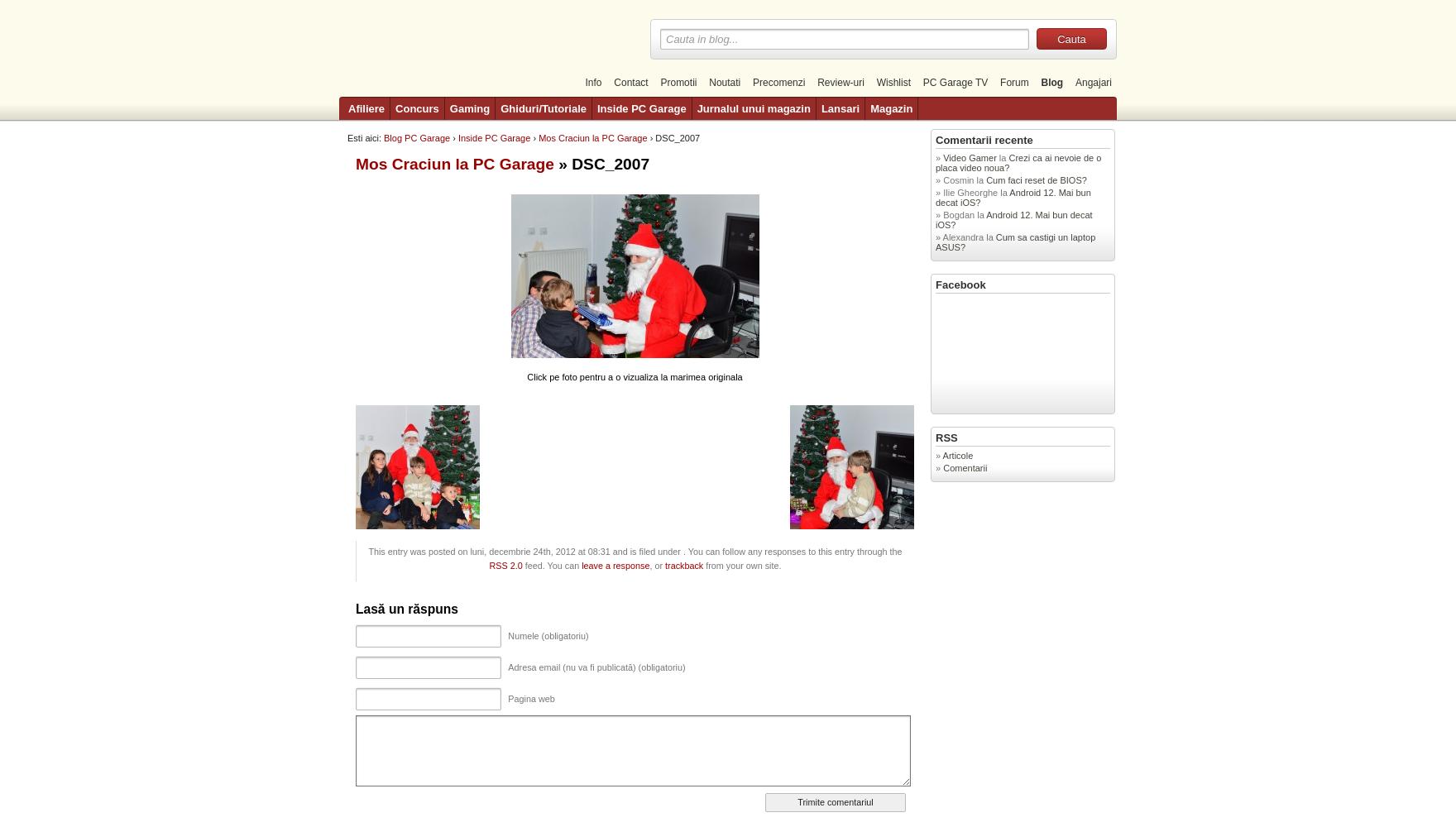 The width and height of the screenshot is (1456, 827). What do you see at coordinates (964, 467) in the screenshot?
I see `'Comentarii'` at bounding box center [964, 467].